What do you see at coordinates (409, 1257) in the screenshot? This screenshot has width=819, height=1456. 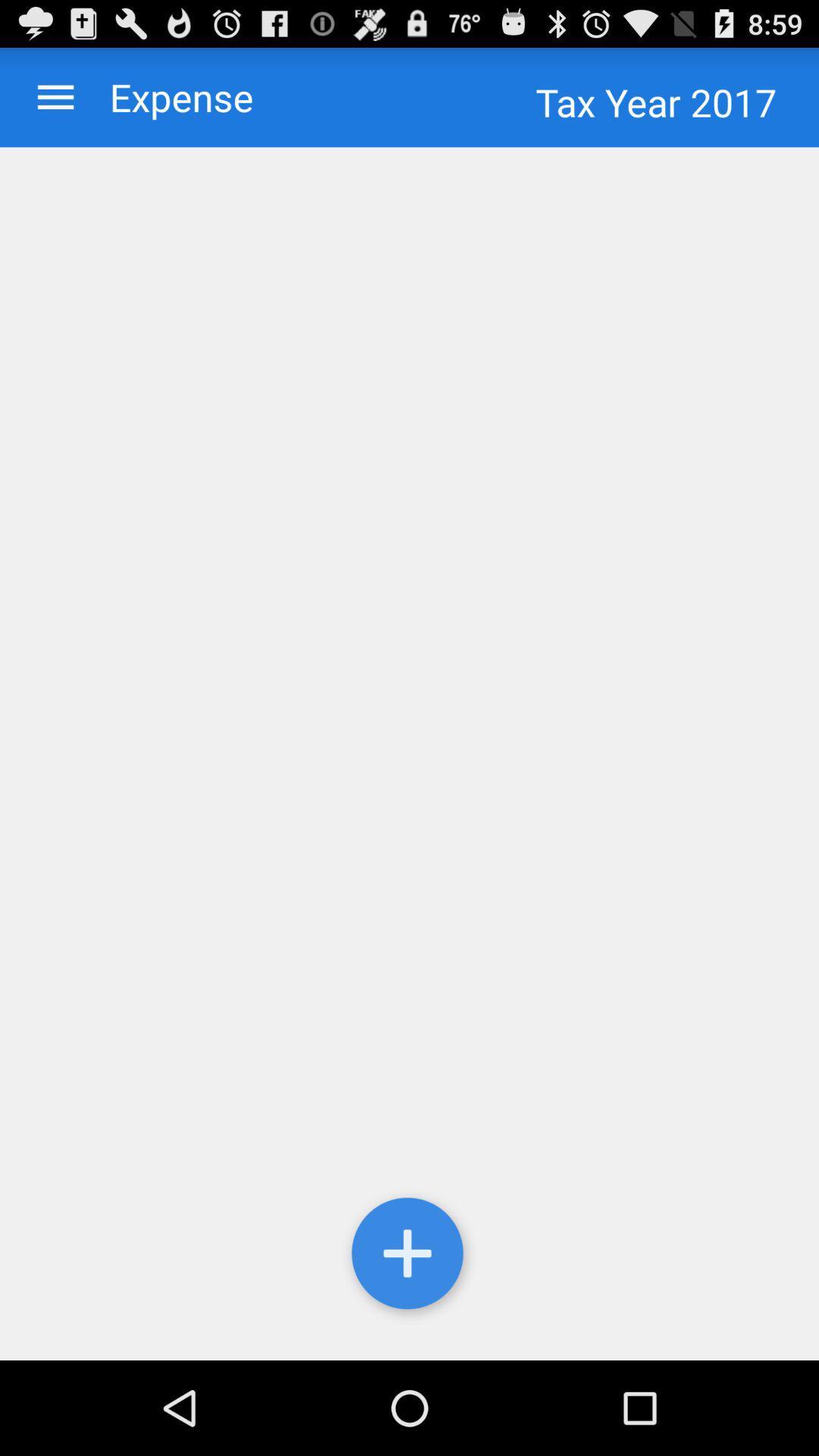 I see `more item` at bounding box center [409, 1257].